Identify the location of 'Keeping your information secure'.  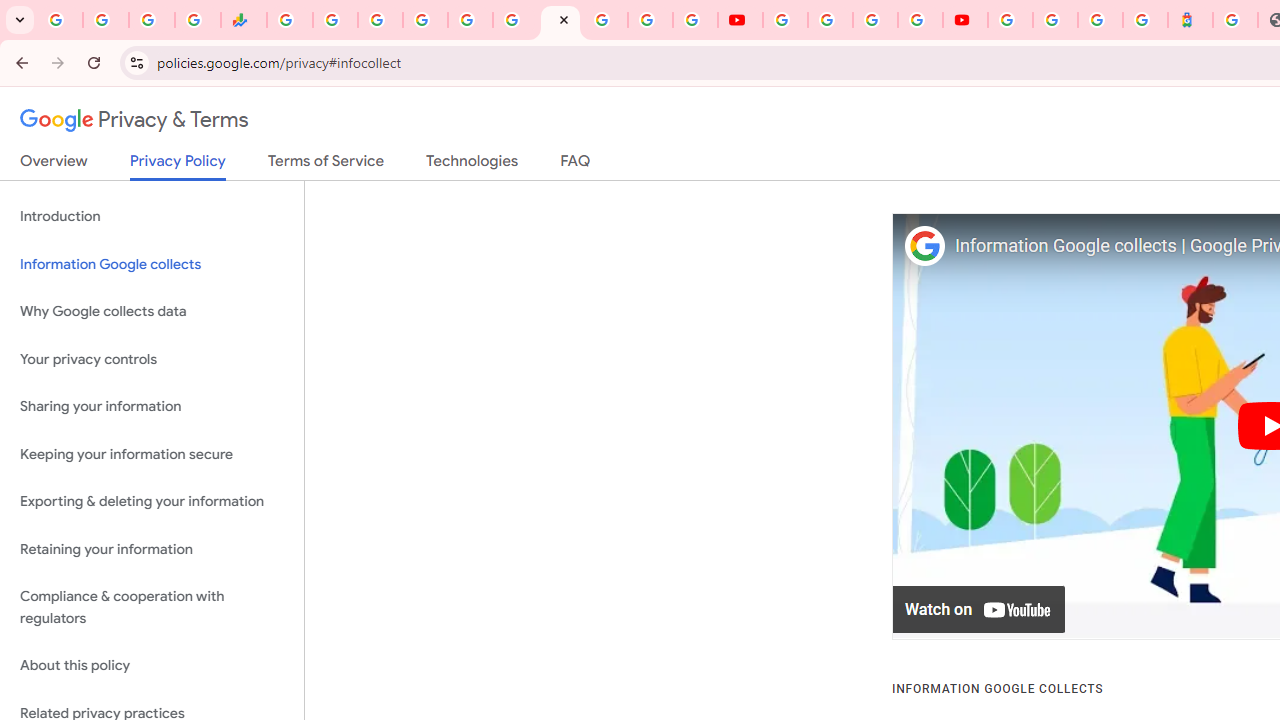
(151, 454).